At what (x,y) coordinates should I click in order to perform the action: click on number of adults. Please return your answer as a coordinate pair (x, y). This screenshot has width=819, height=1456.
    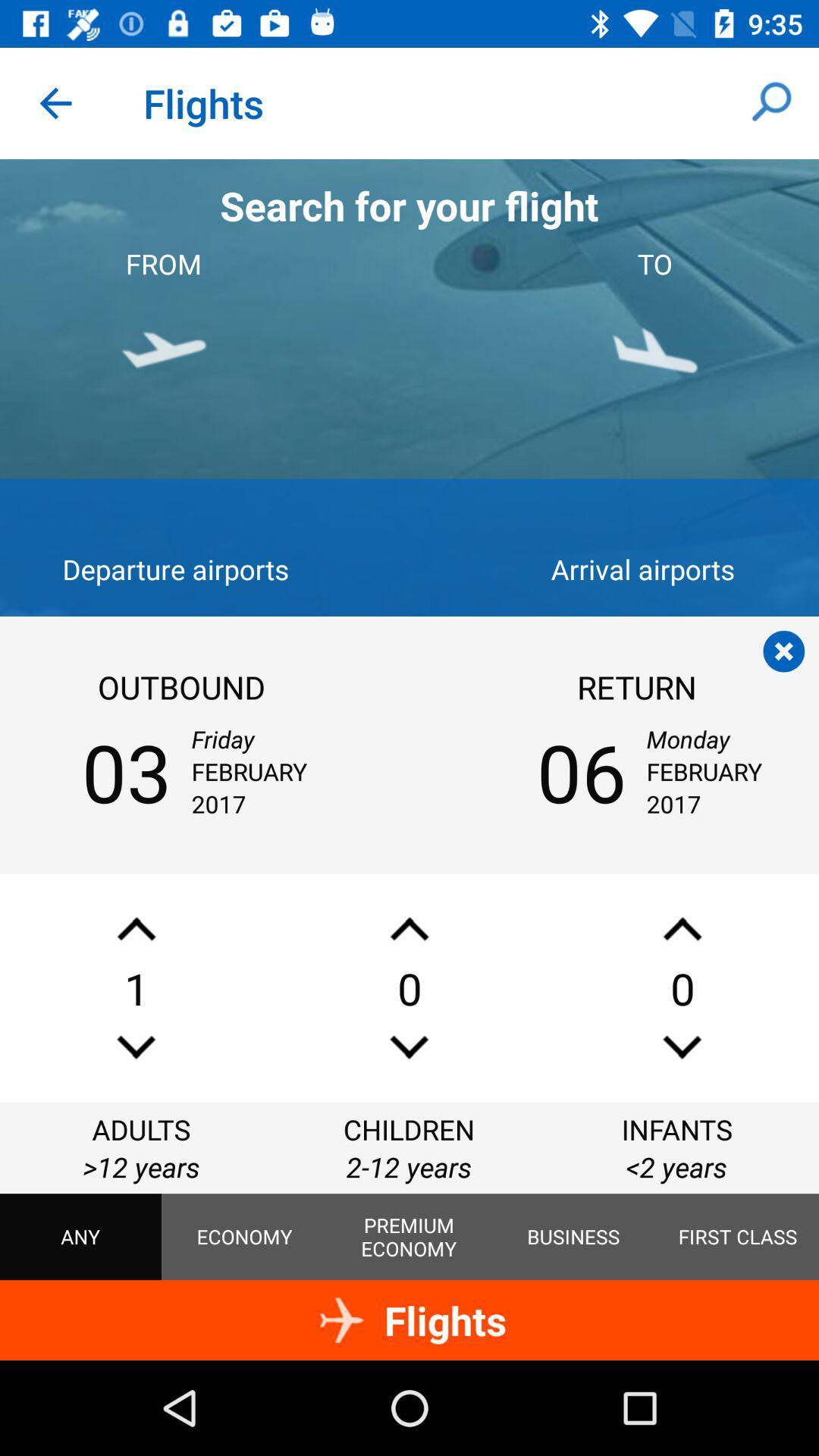
    Looking at the image, I should click on (136, 928).